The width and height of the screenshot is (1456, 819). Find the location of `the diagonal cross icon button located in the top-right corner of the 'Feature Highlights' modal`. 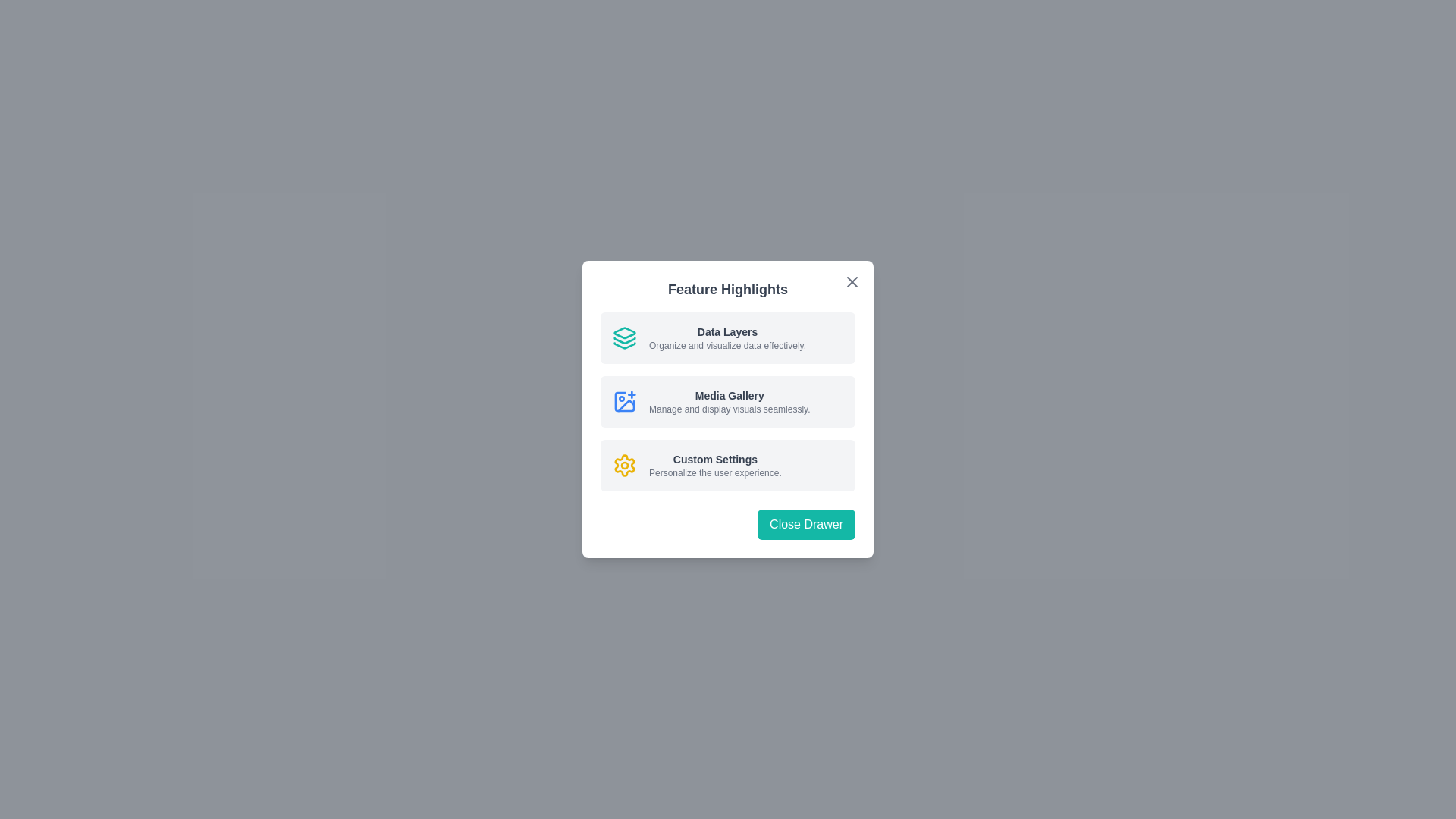

the diagonal cross icon button located in the top-right corner of the 'Feature Highlights' modal is located at coordinates (852, 281).